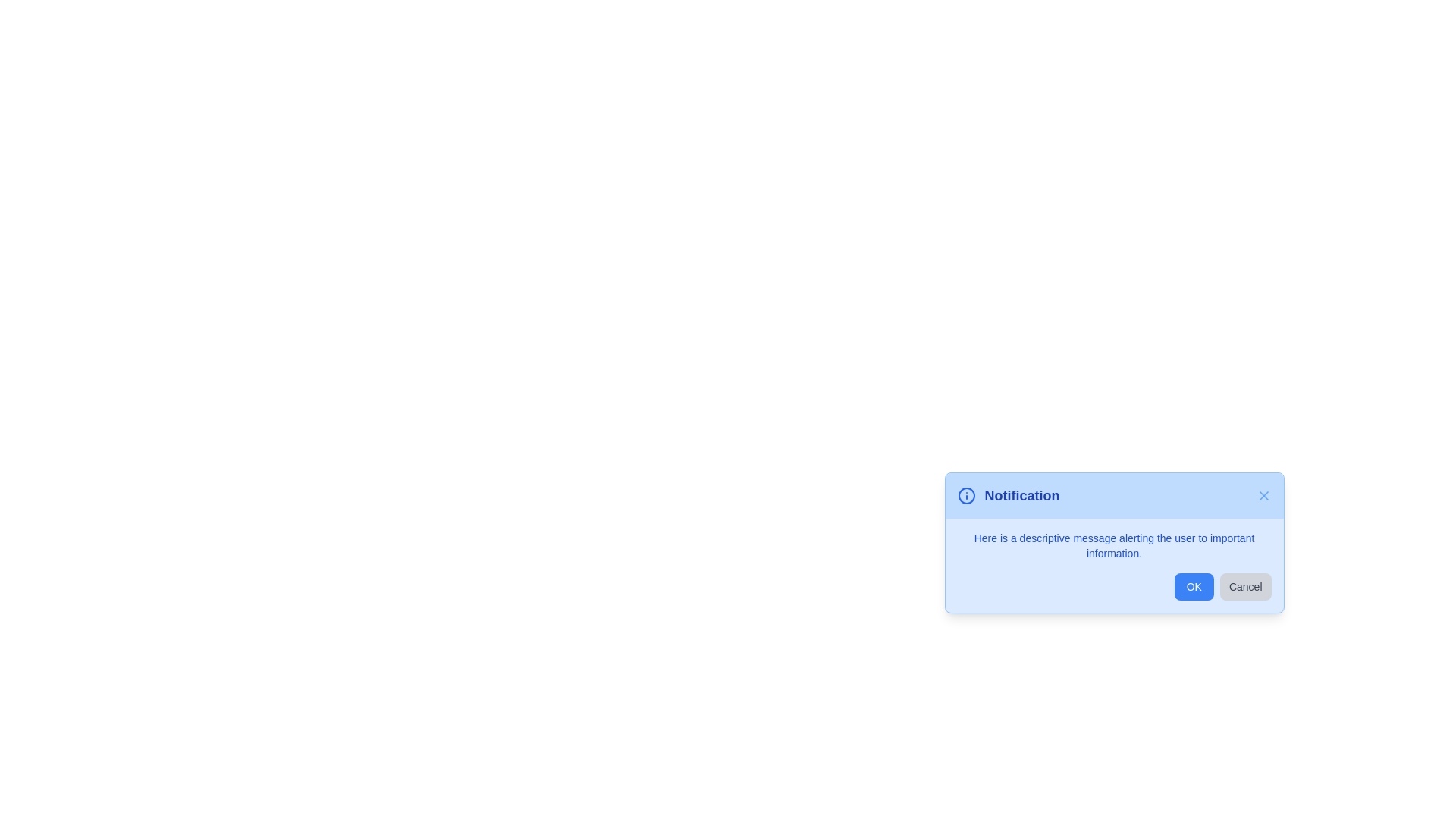  I want to click on the 'Info' icon to explore its functionality, so click(965, 496).